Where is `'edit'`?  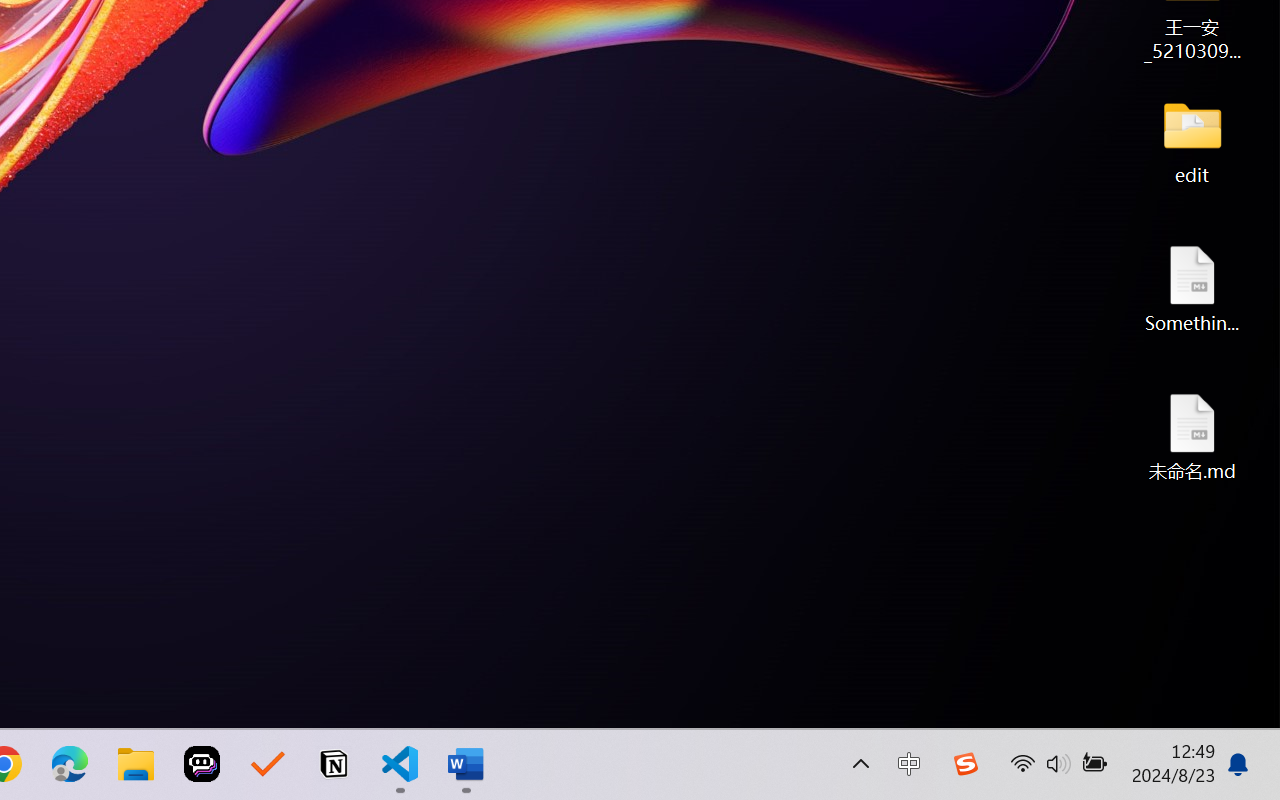 'edit' is located at coordinates (1192, 140).